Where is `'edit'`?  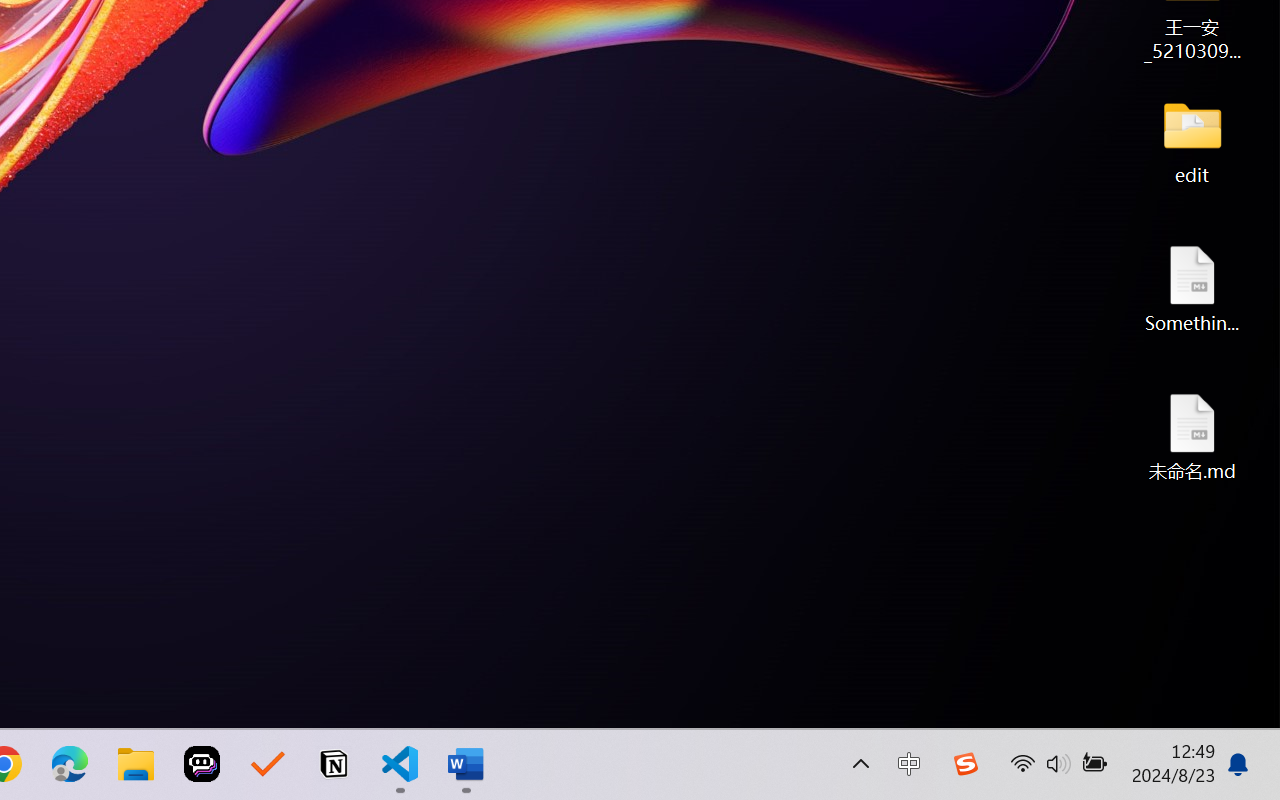 'edit' is located at coordinates (1192, 140).